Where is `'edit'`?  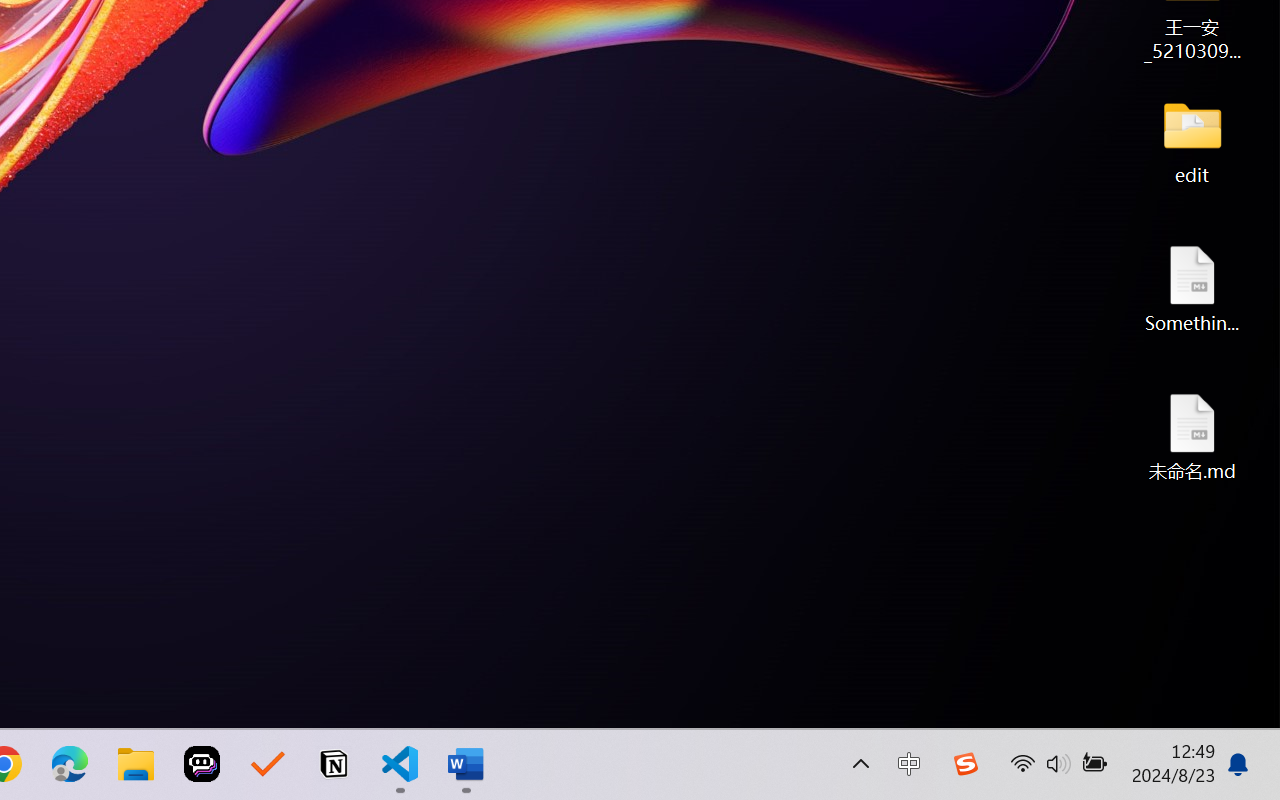 'edit' is located at coordinates (1192, 140).